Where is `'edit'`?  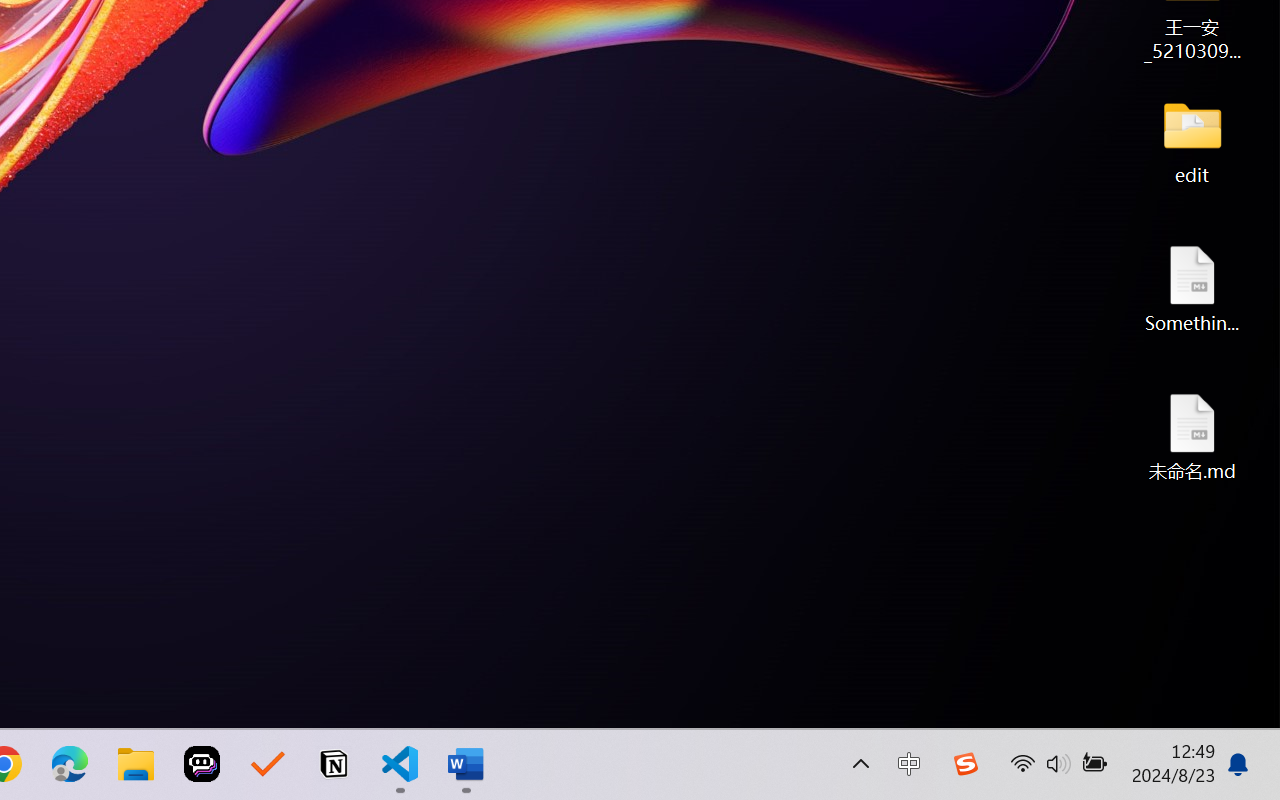 'edit' is located at coordinates (1192, 140).